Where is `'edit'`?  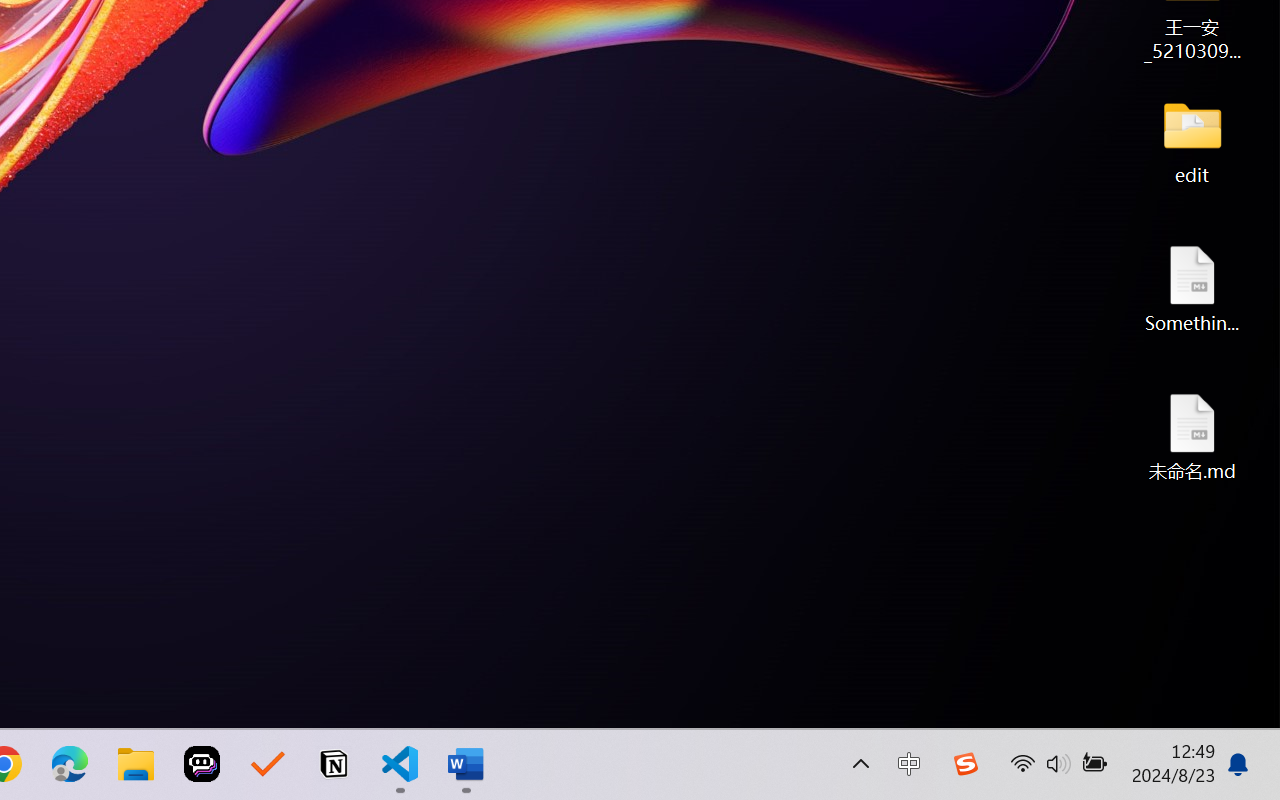 'edit' is located at coordinates (1192, 140).